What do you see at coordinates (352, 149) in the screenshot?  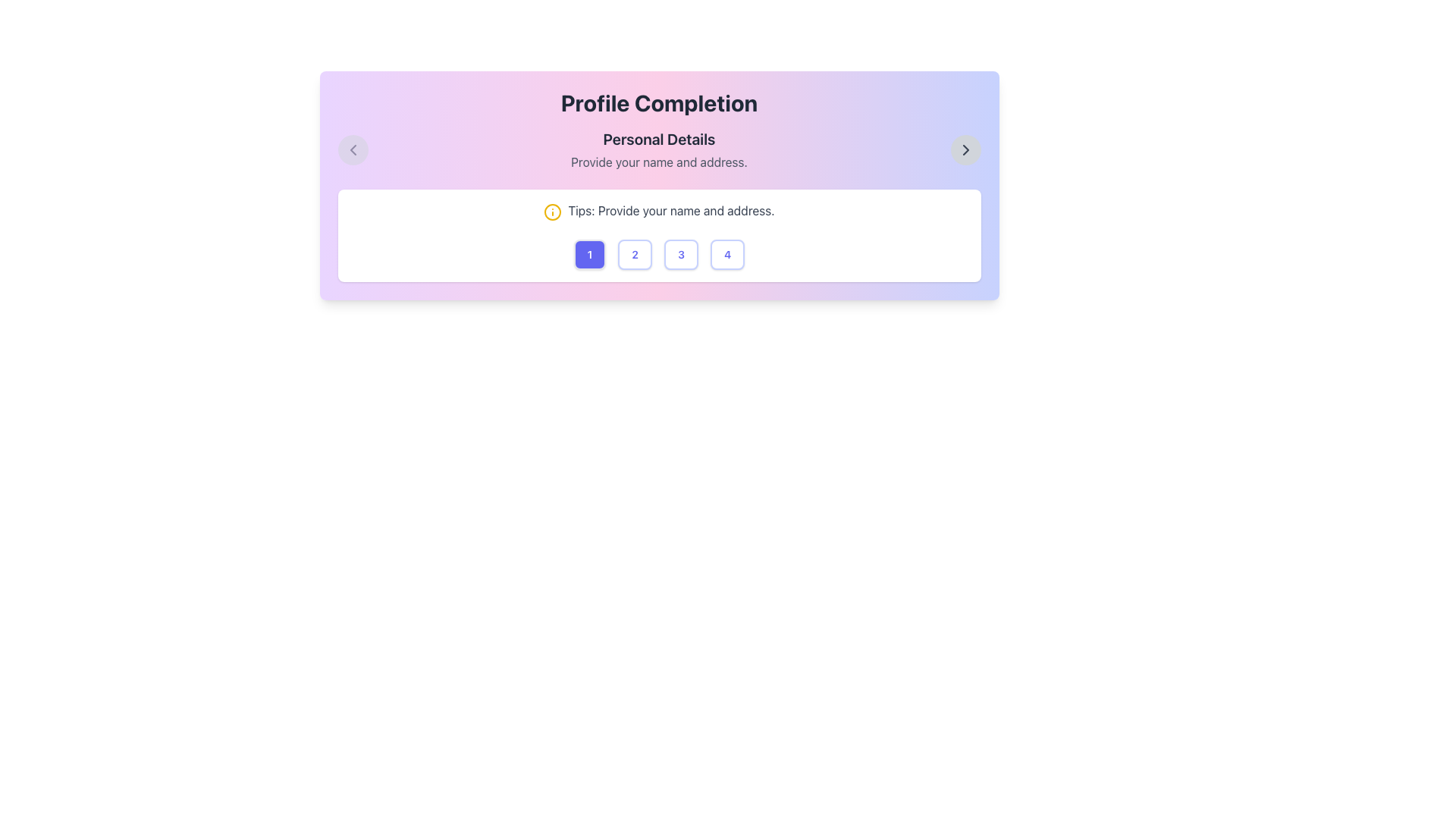 I see `the circular gray button with a left-facing chevron icon located in the header section of the 'Profile Completion' card` at bounding box center [352, 149].